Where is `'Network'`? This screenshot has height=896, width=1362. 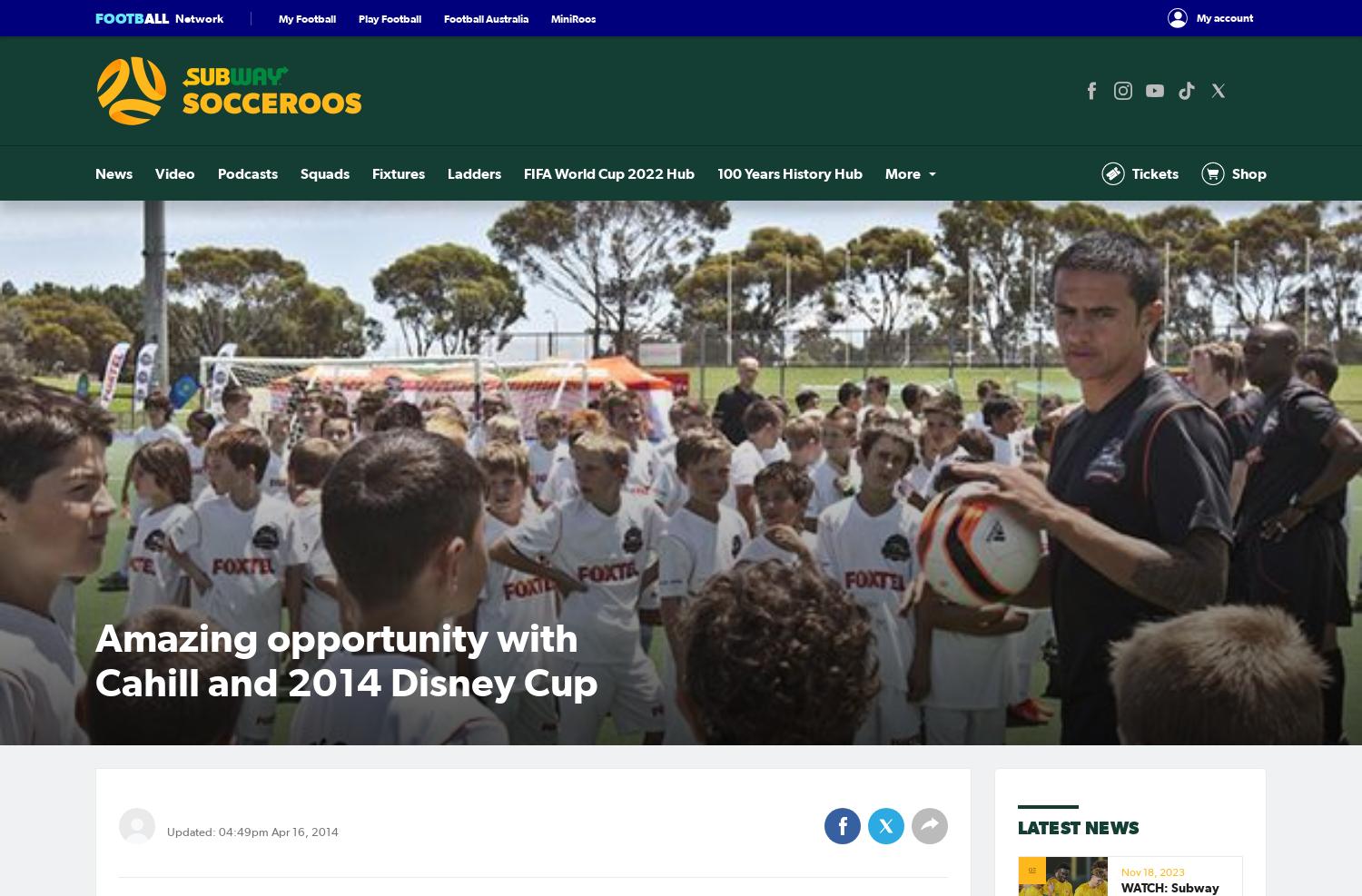
'Network' is located at coordinates (198, 16).